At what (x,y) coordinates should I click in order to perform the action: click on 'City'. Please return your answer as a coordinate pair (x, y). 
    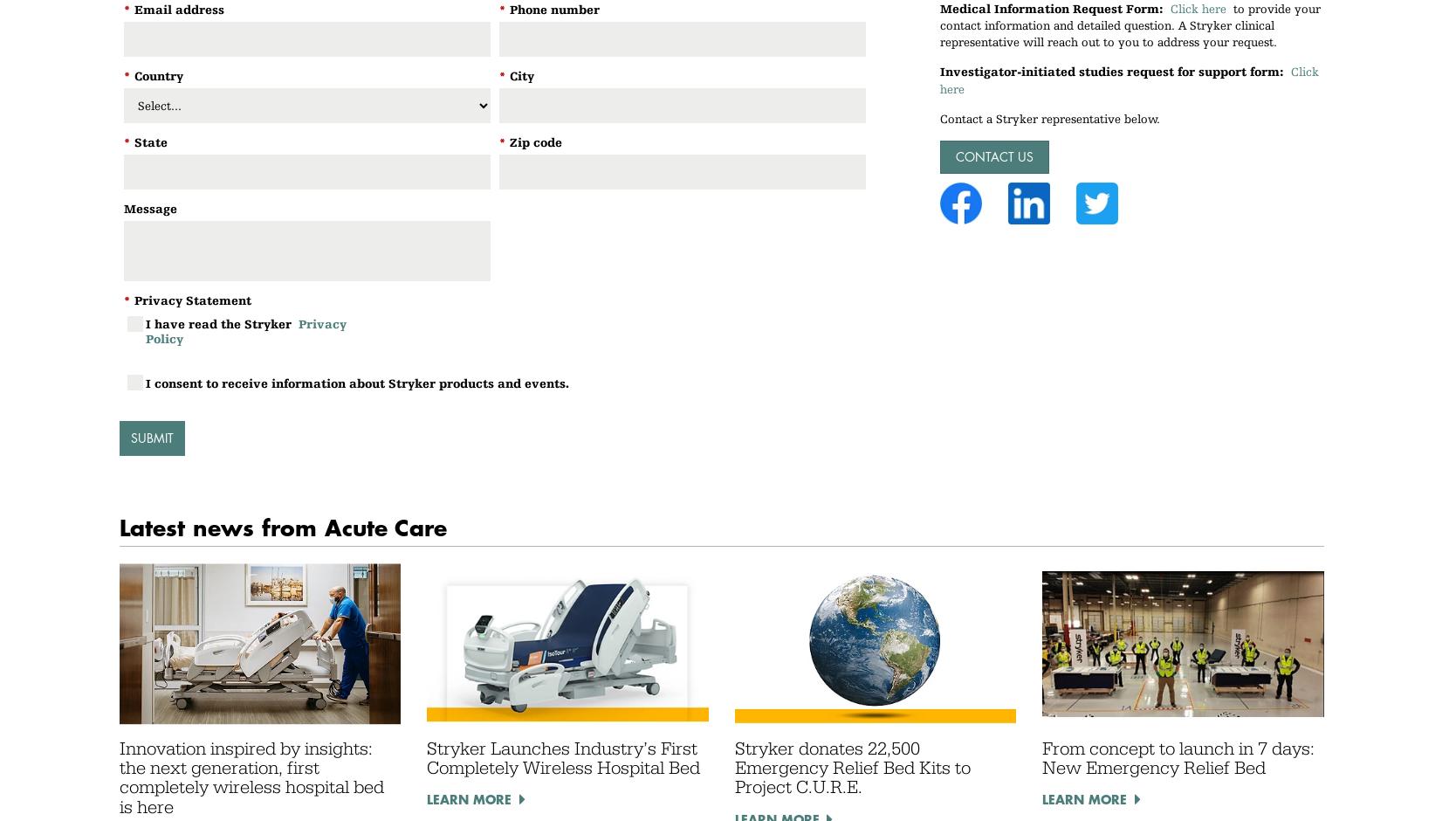
    Looking at the image, I should click on (508, 76).